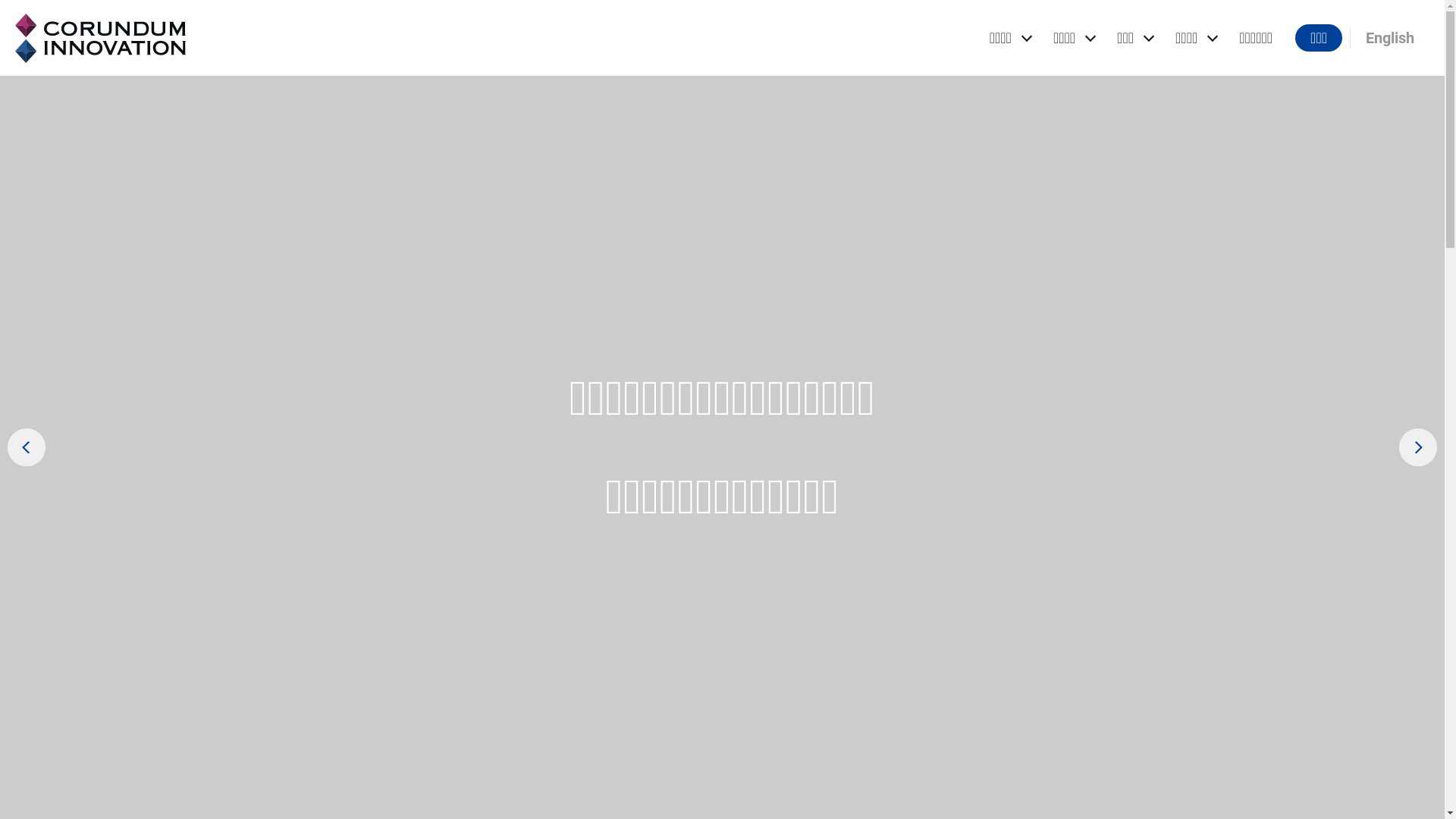  What do you see at coordinates (1390, 37) in the screenshot?
I see `'English'` at bounding box center [1390, 37].